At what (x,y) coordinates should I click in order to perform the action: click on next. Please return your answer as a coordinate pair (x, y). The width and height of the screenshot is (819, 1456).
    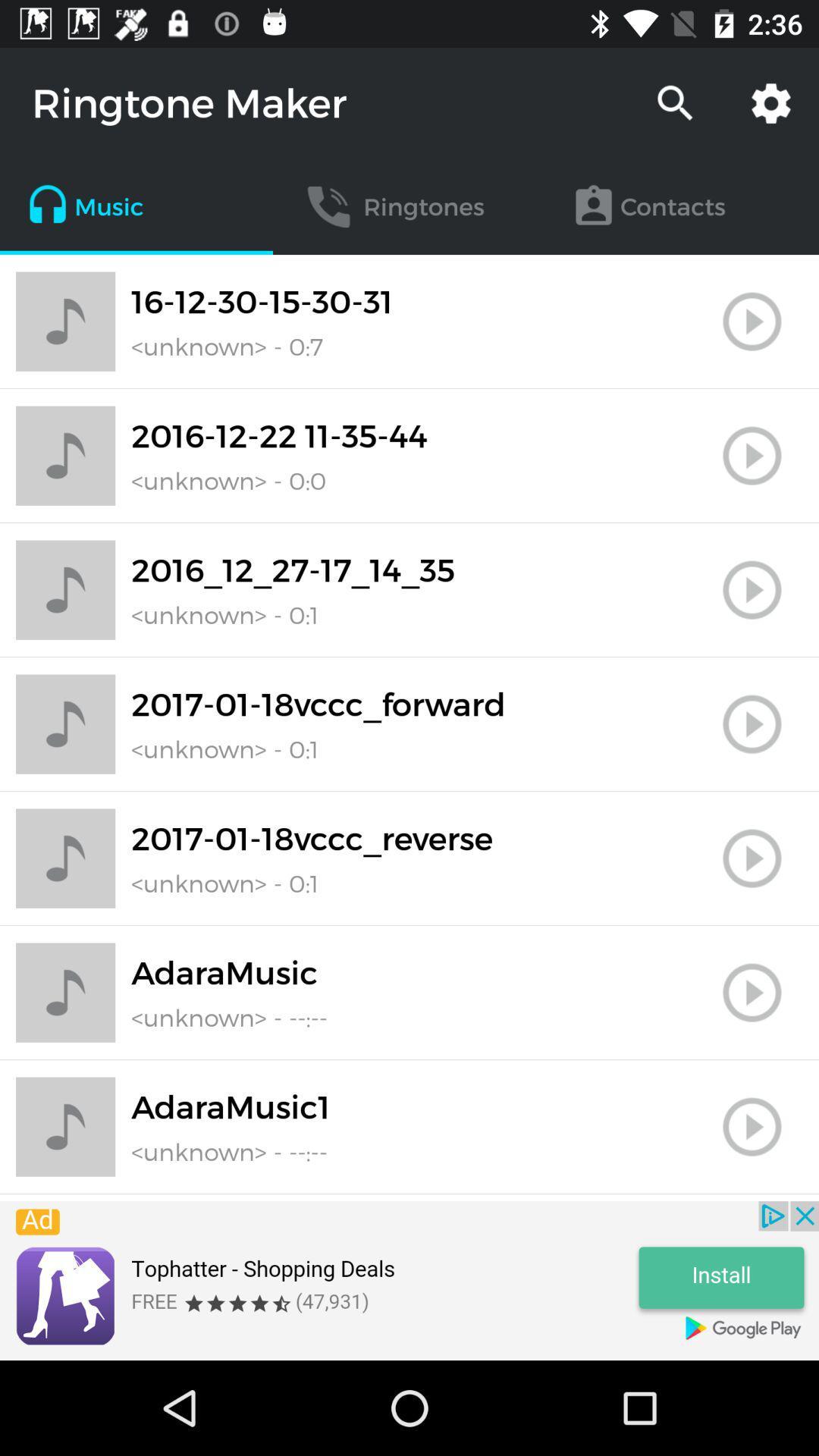
    Looking at the image, I should click on (752, 858).